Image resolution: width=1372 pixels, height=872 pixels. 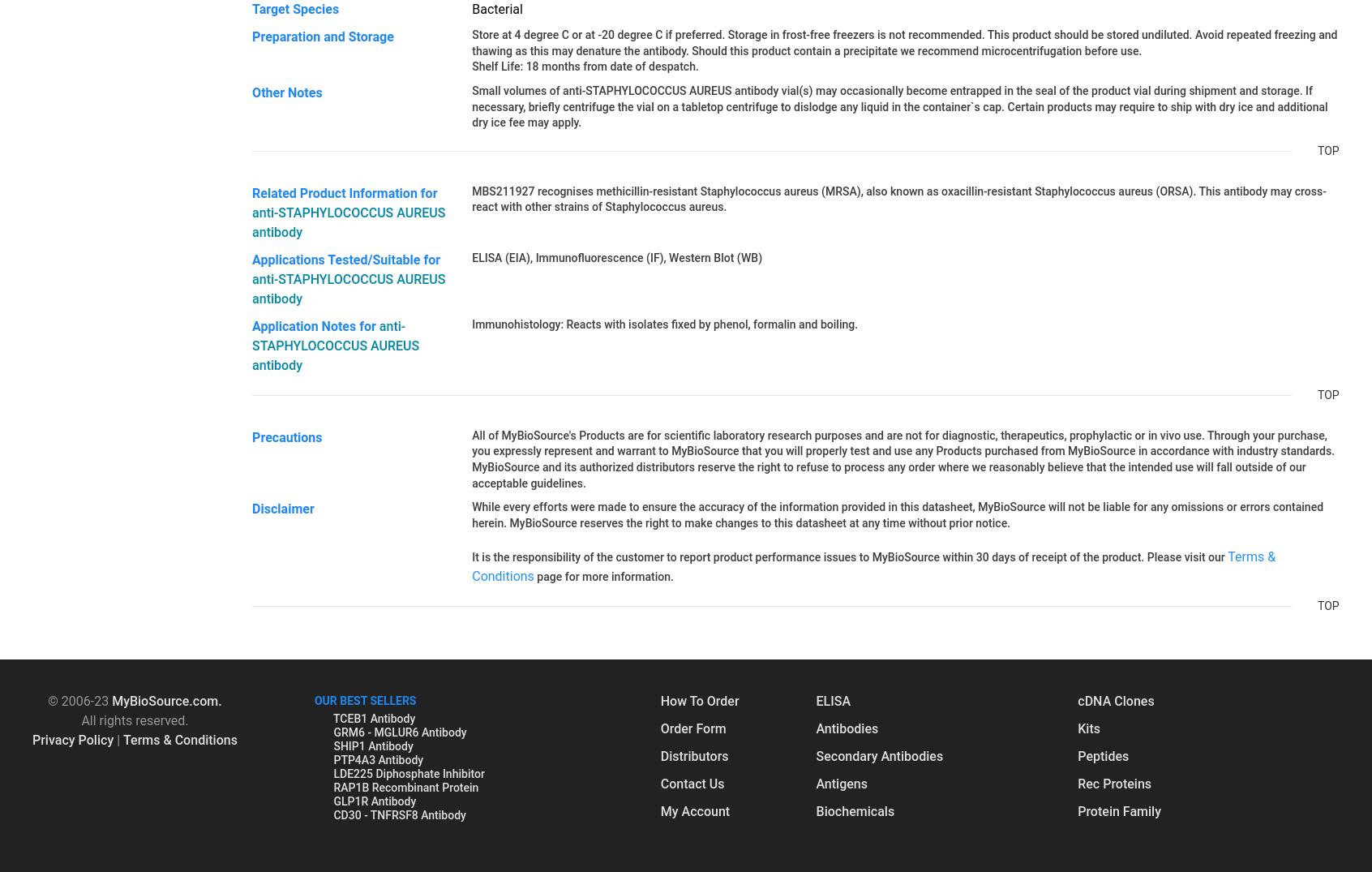 What do you see at coordinates (251, 8) in the screenshot?
I see `'Target Species'` at bounding box center [251, 8].